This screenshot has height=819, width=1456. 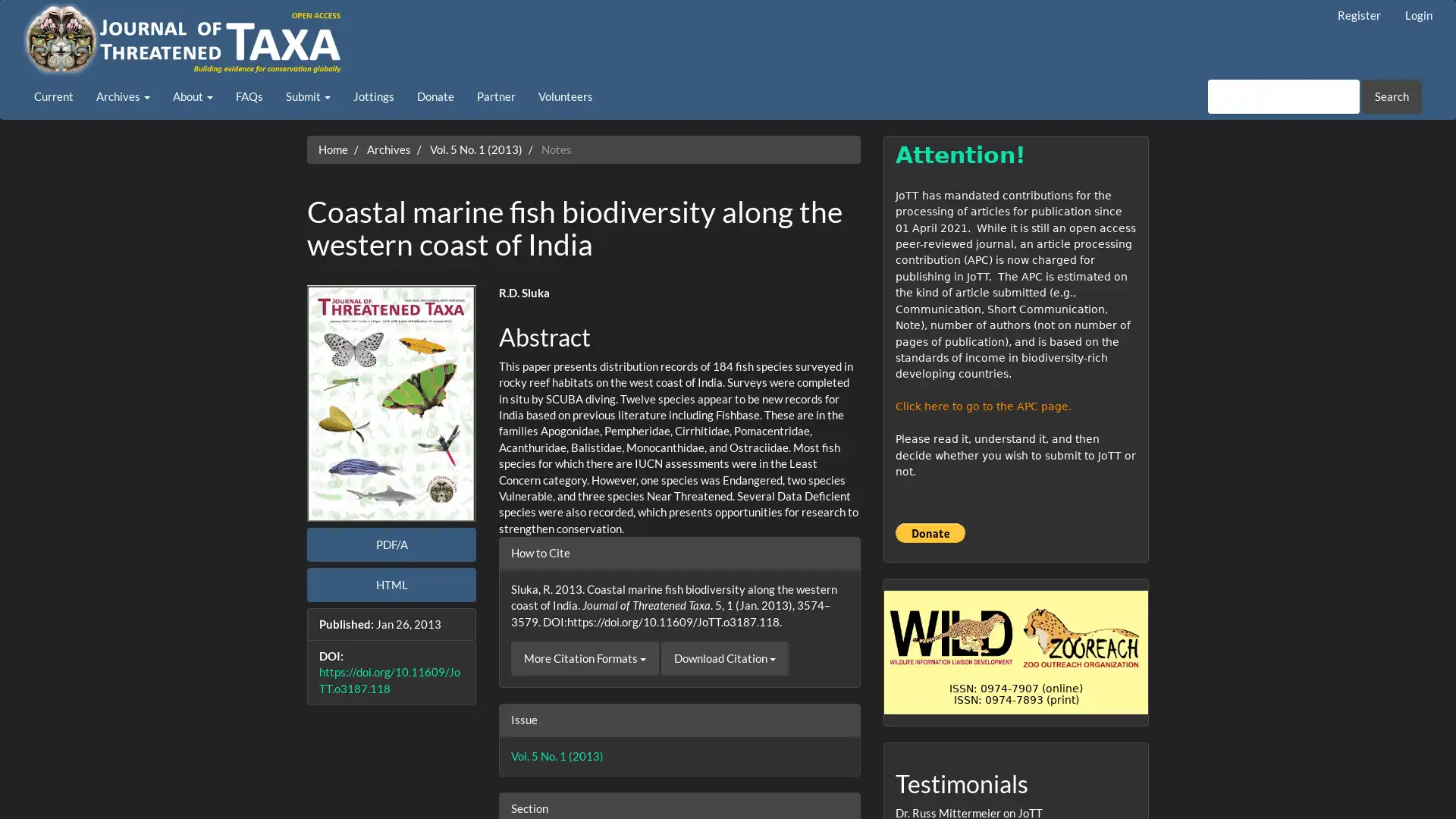 I want to click on More Citation Formats, so click(x=584, y=657).